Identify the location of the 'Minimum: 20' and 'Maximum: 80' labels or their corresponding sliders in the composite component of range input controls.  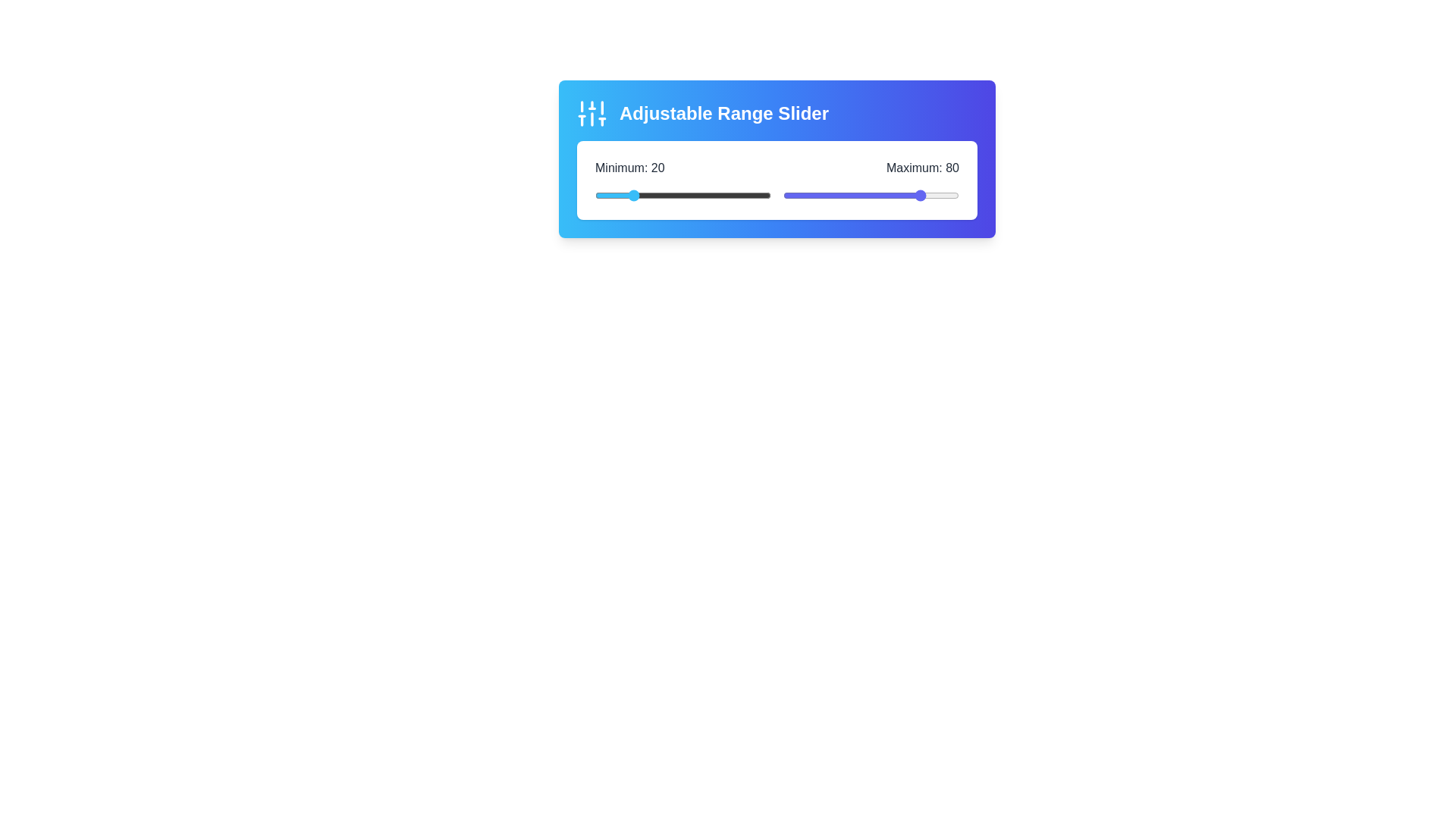
(777, 180).